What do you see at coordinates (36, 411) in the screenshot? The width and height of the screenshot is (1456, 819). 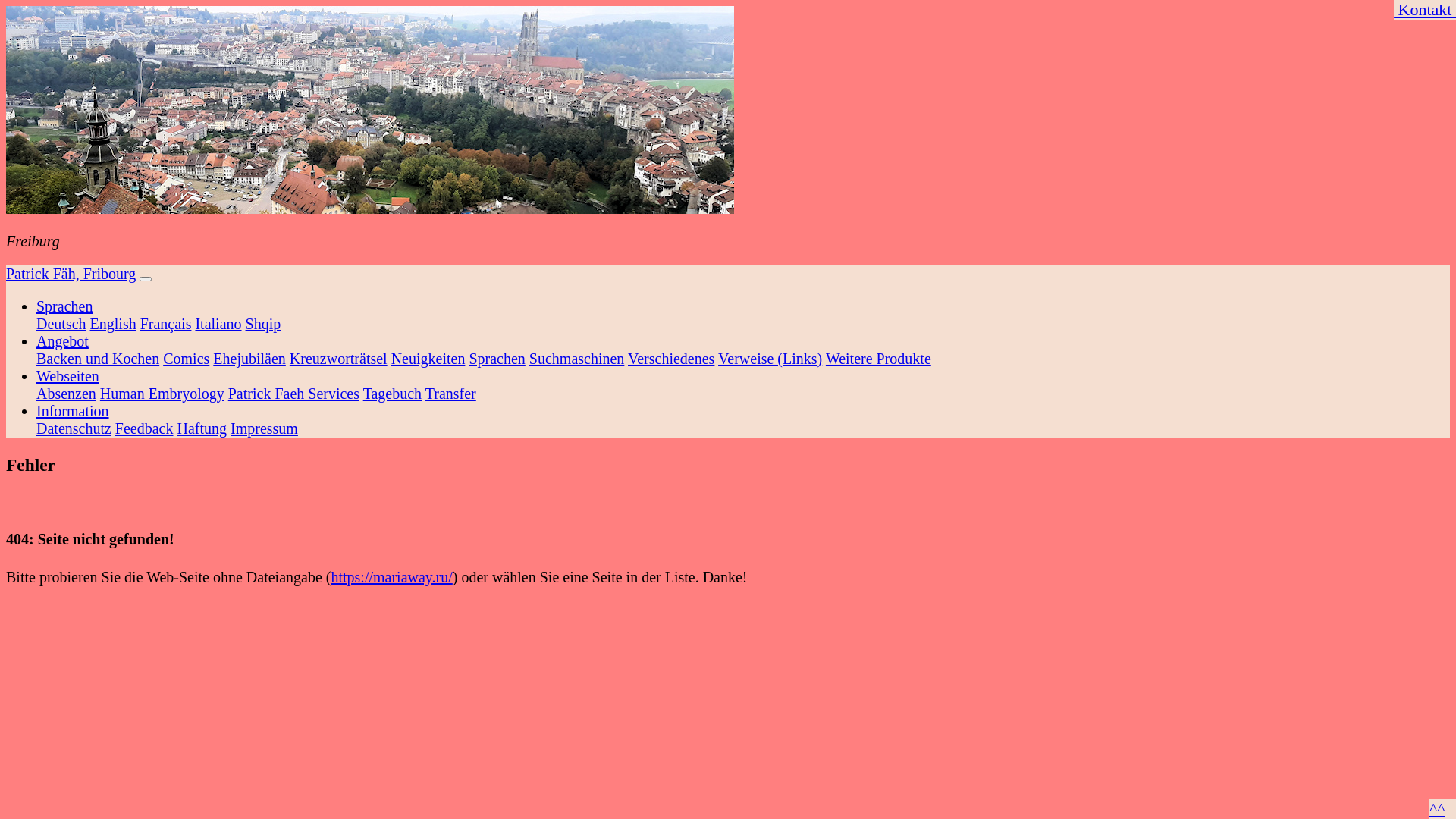 I see `'Information'` at bounding box center [36, 411].